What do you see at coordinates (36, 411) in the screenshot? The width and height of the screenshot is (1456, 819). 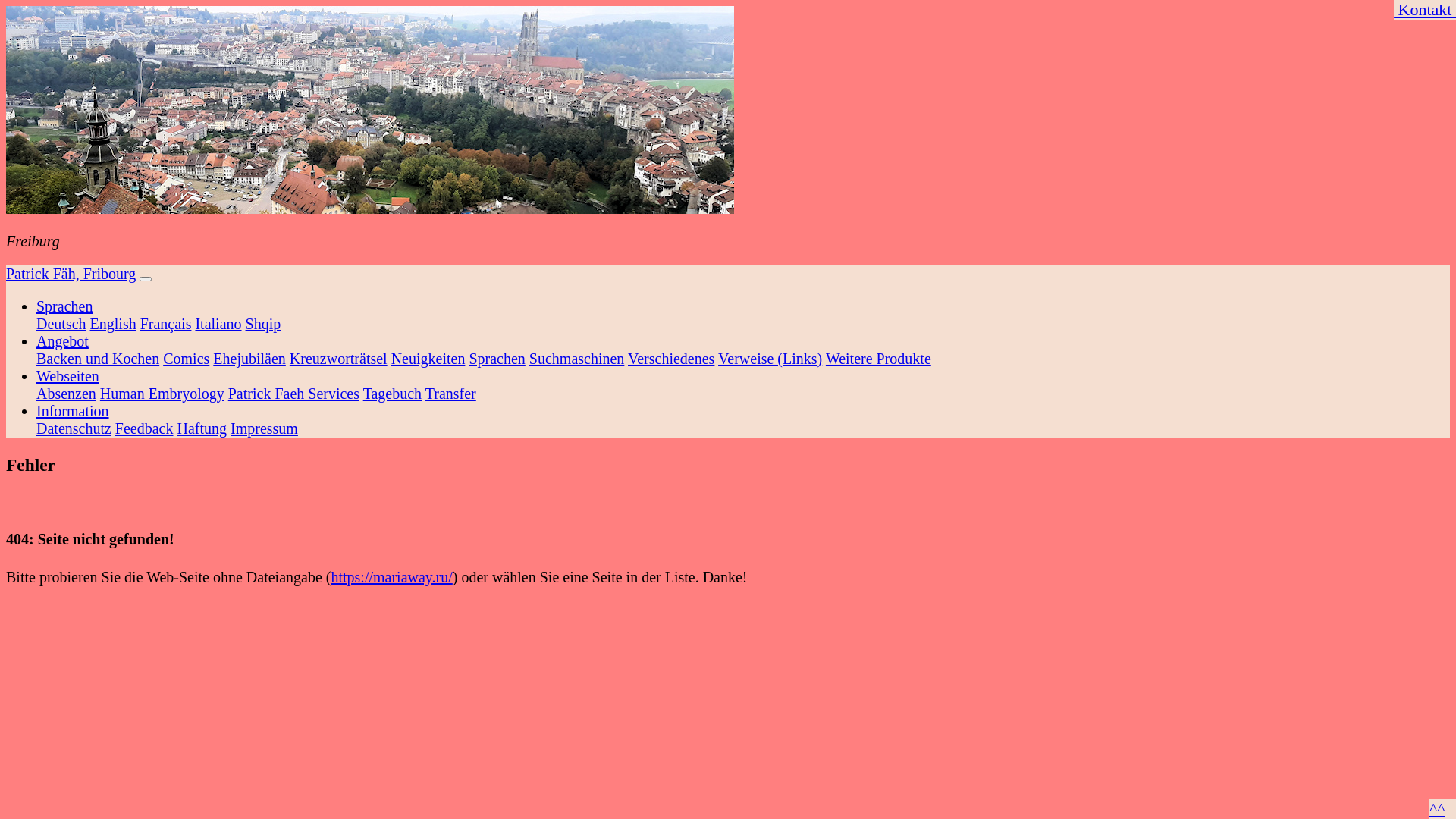 I see `'Information'` at bounding box center [36, 411].